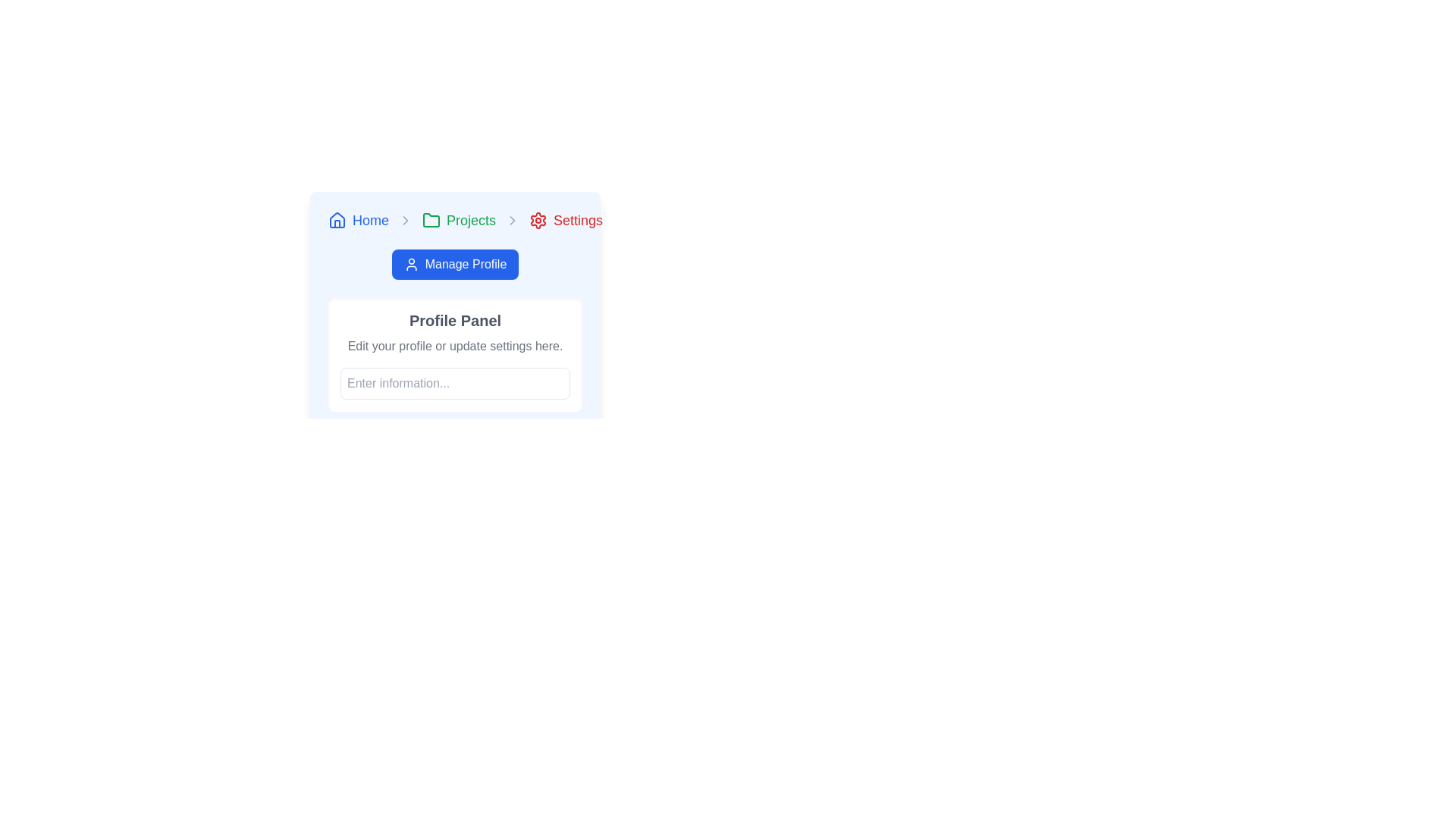  Describe the element at coordinates (470, 220) in the screenshot. I see `the third item in the breadcrumb navigation bar to darken its color` at that location.